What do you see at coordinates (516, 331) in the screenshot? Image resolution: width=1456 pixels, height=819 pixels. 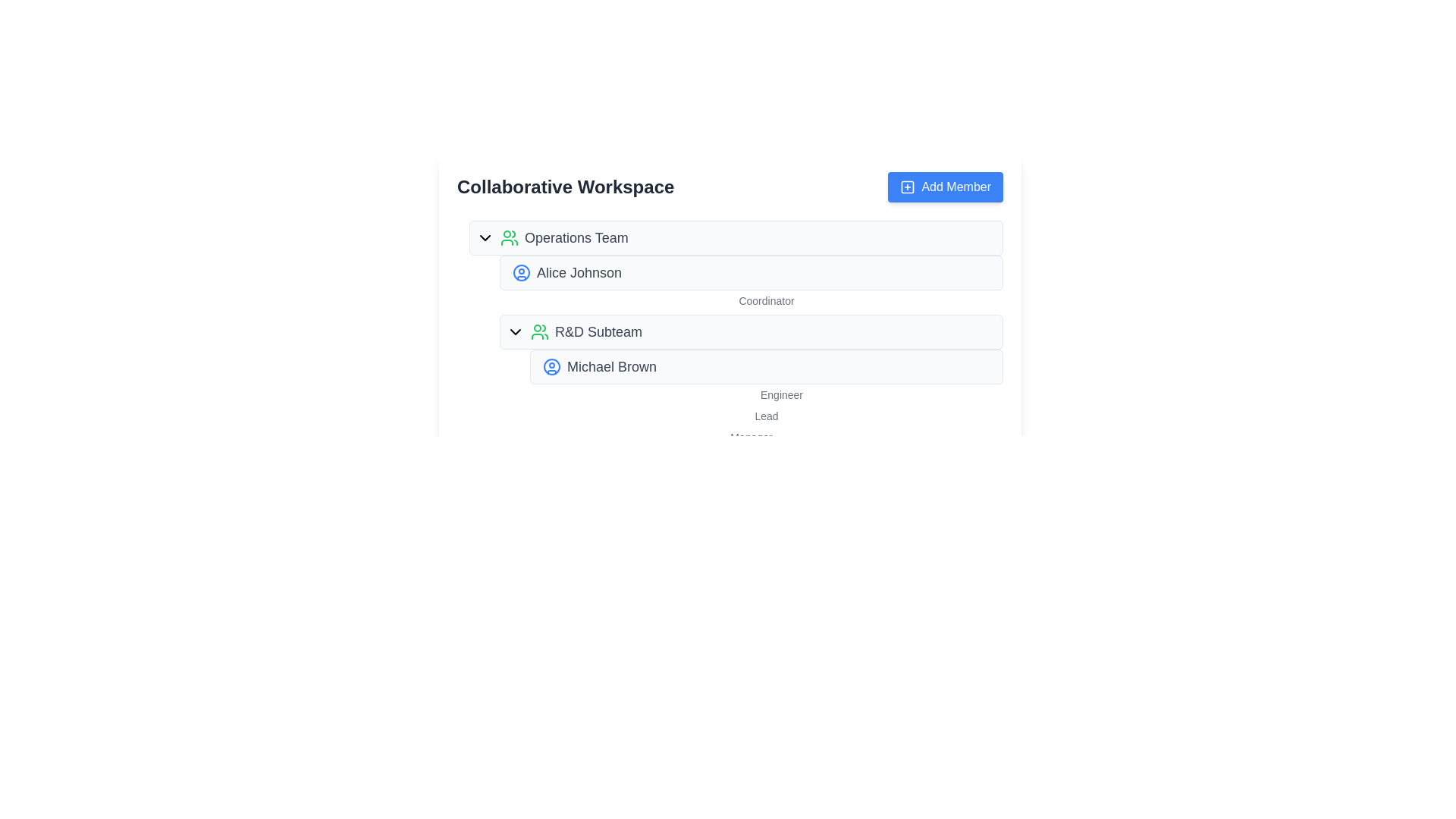 I see `the downward chevron icon located before the text 'R&D Subteam'` at bounding box center [516, 331].